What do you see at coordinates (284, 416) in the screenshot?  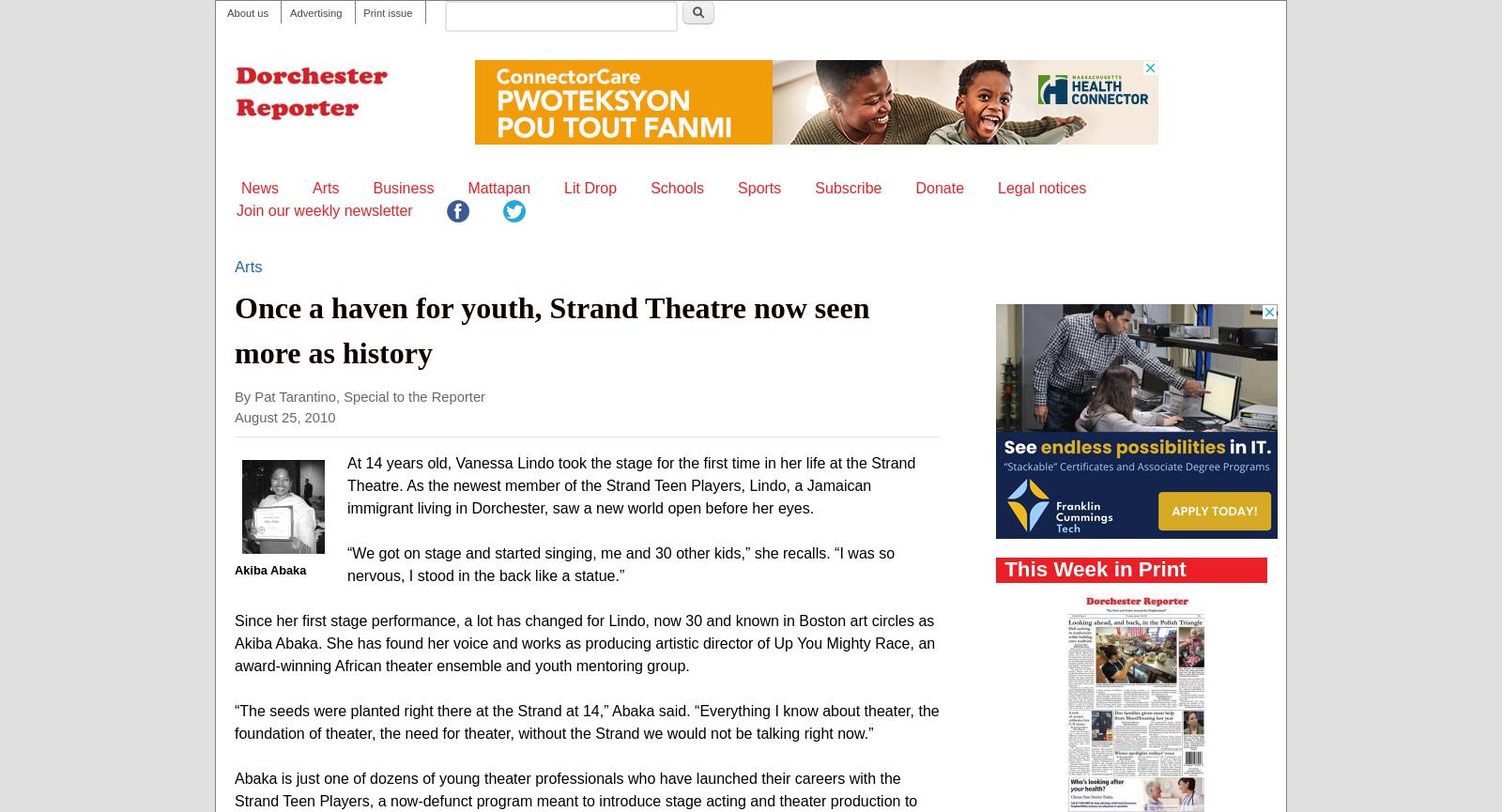 I see `'August 25, 2010'` at bounding box center [284, 416].